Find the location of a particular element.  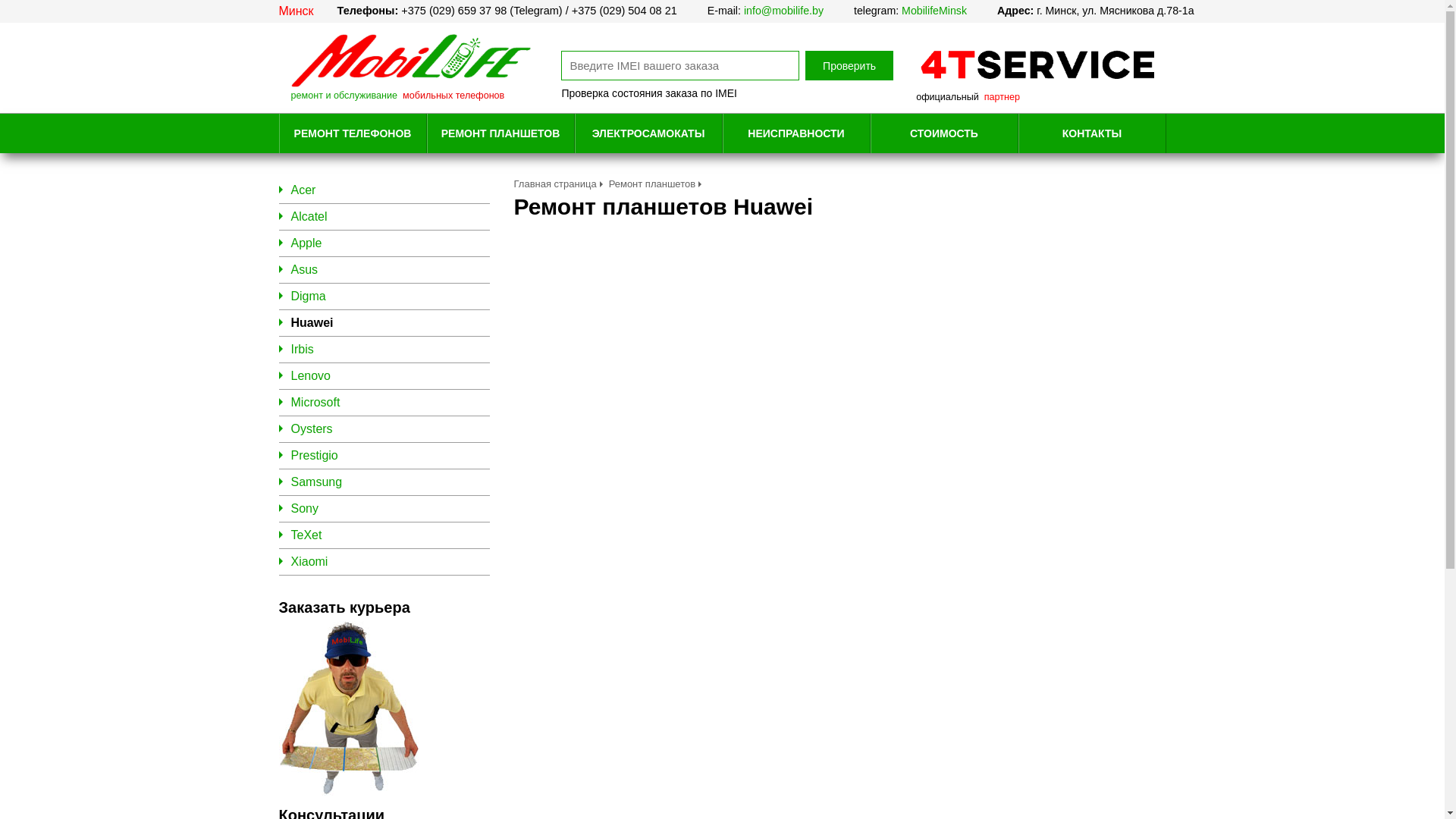

'Digma' is located at coordinates (308, 296).